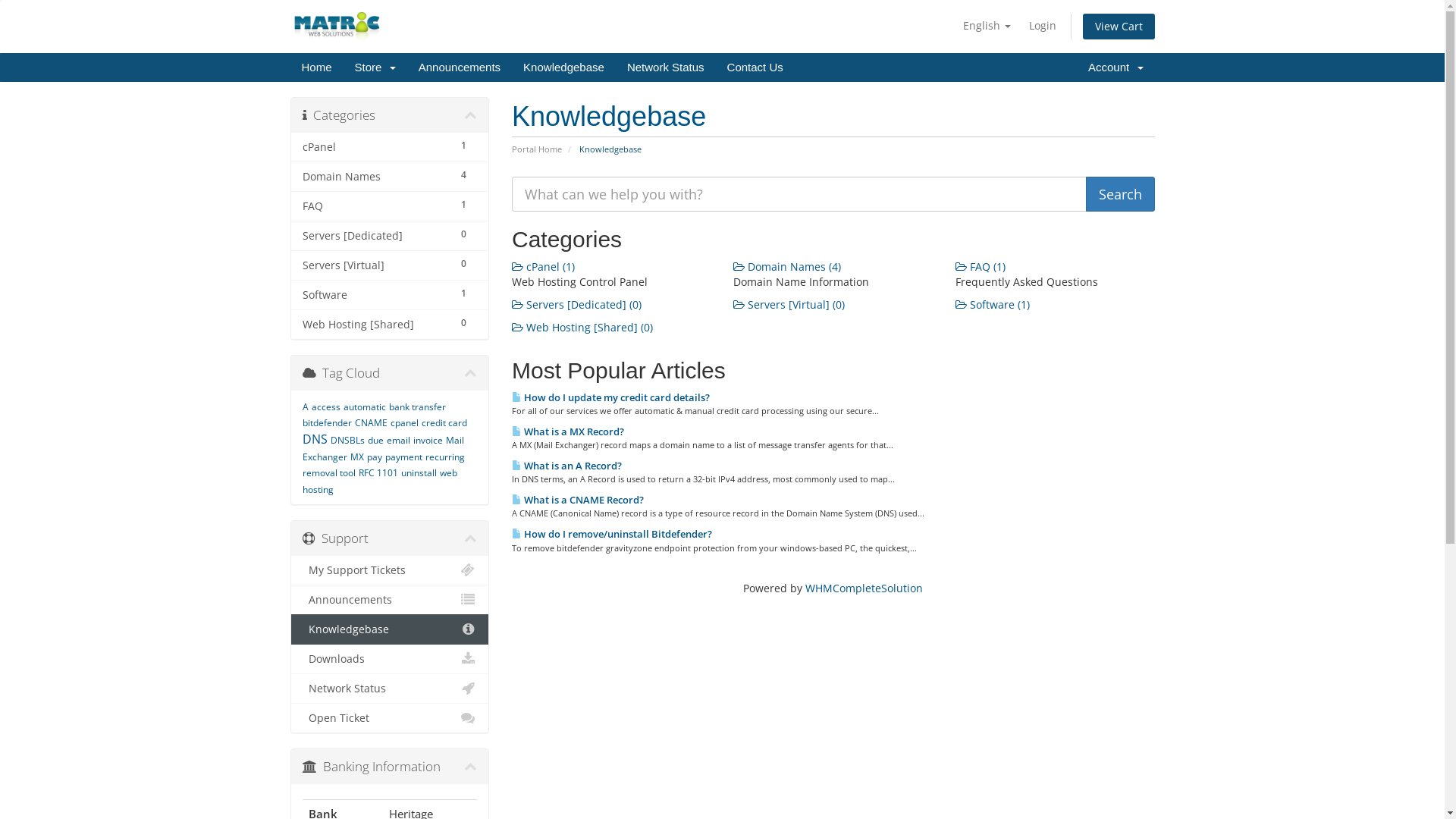  I want to click on 'View Cart', so click(1119, 26).